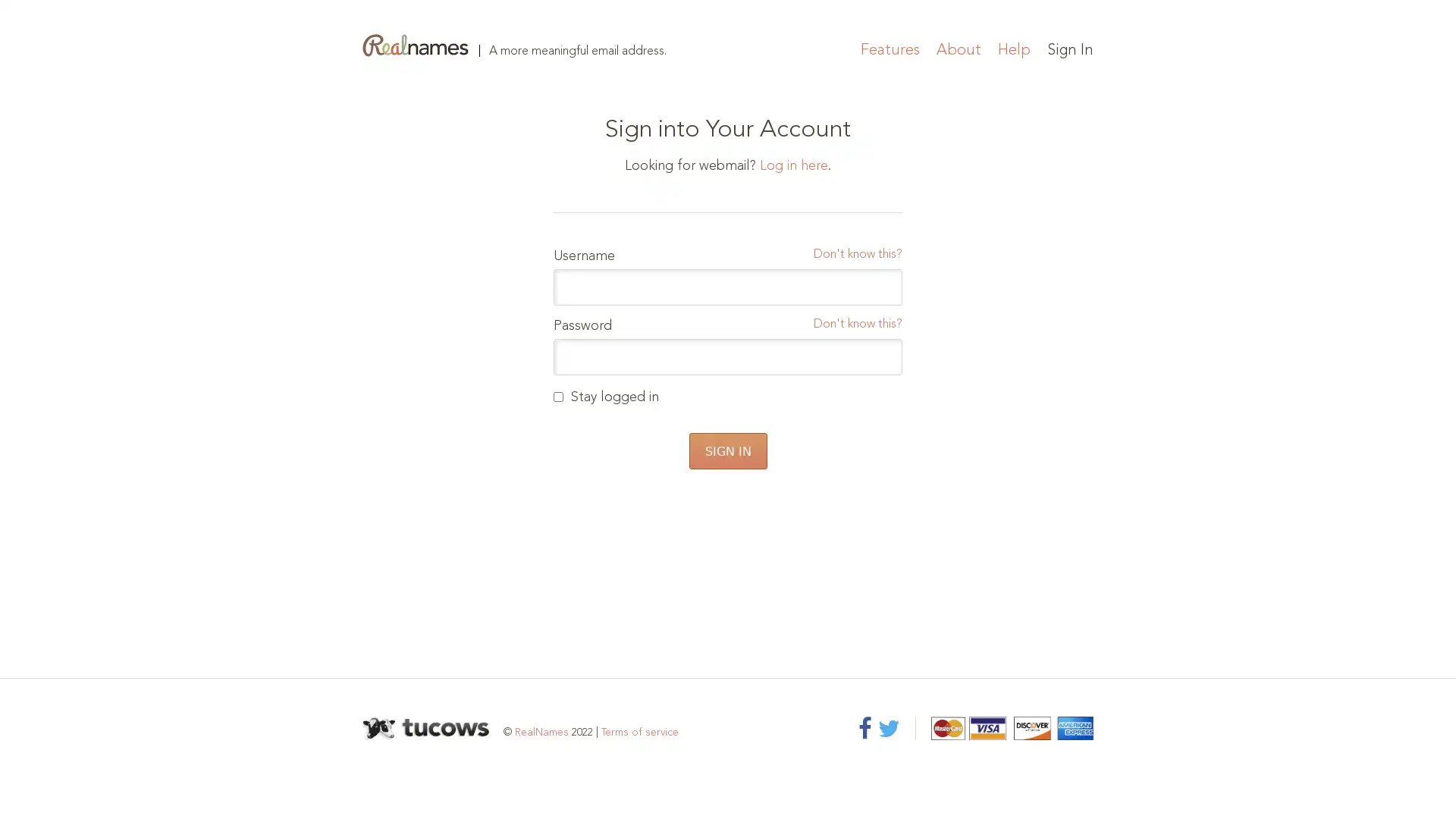 This screenshot has height=819, width=1456. I want to click on SIGN IN, so click(726, 450).